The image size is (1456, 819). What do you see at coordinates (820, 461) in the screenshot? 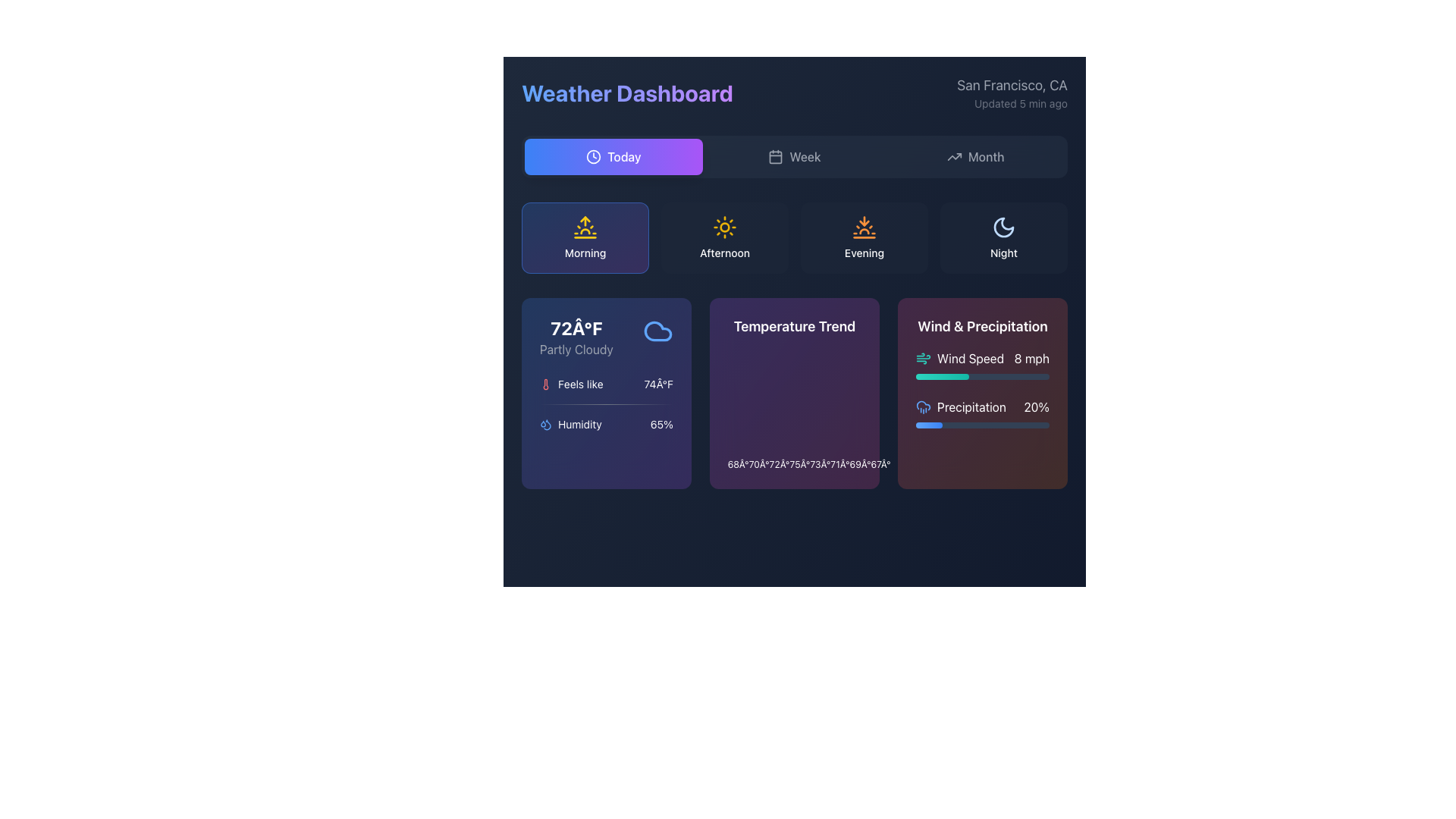
I see `the vertical bar element with a gradient color scheme transitioning from purple to pink, which indicates a temperature value of '73°'` at bounding box center [820, 461].